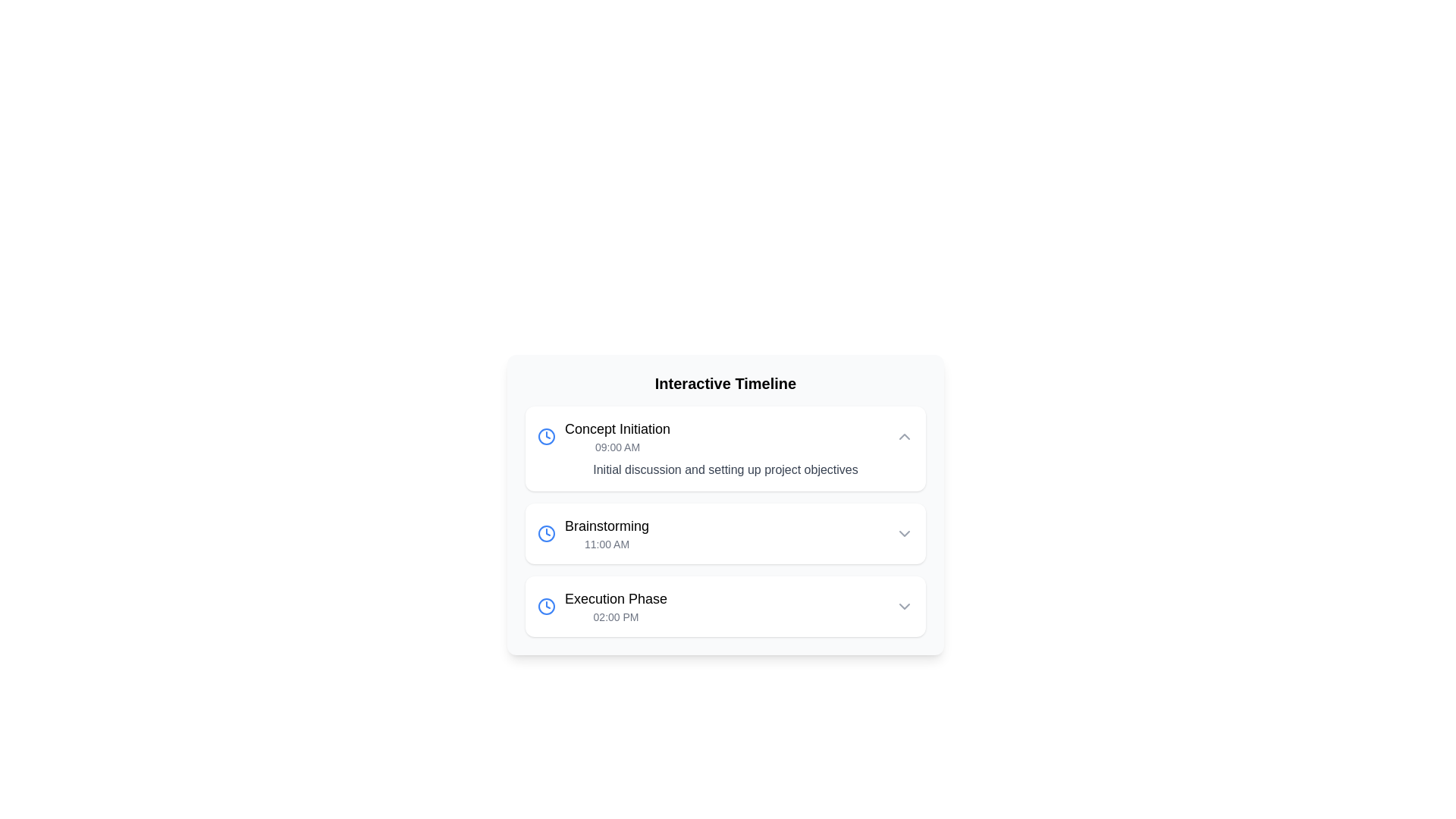  Describe the element at coordinates (607, 543) in the screenshot. I see `the text display showing '11:00 AM' located beneath the 'Brainstorming' title in the second event card on the timeline` at that location.